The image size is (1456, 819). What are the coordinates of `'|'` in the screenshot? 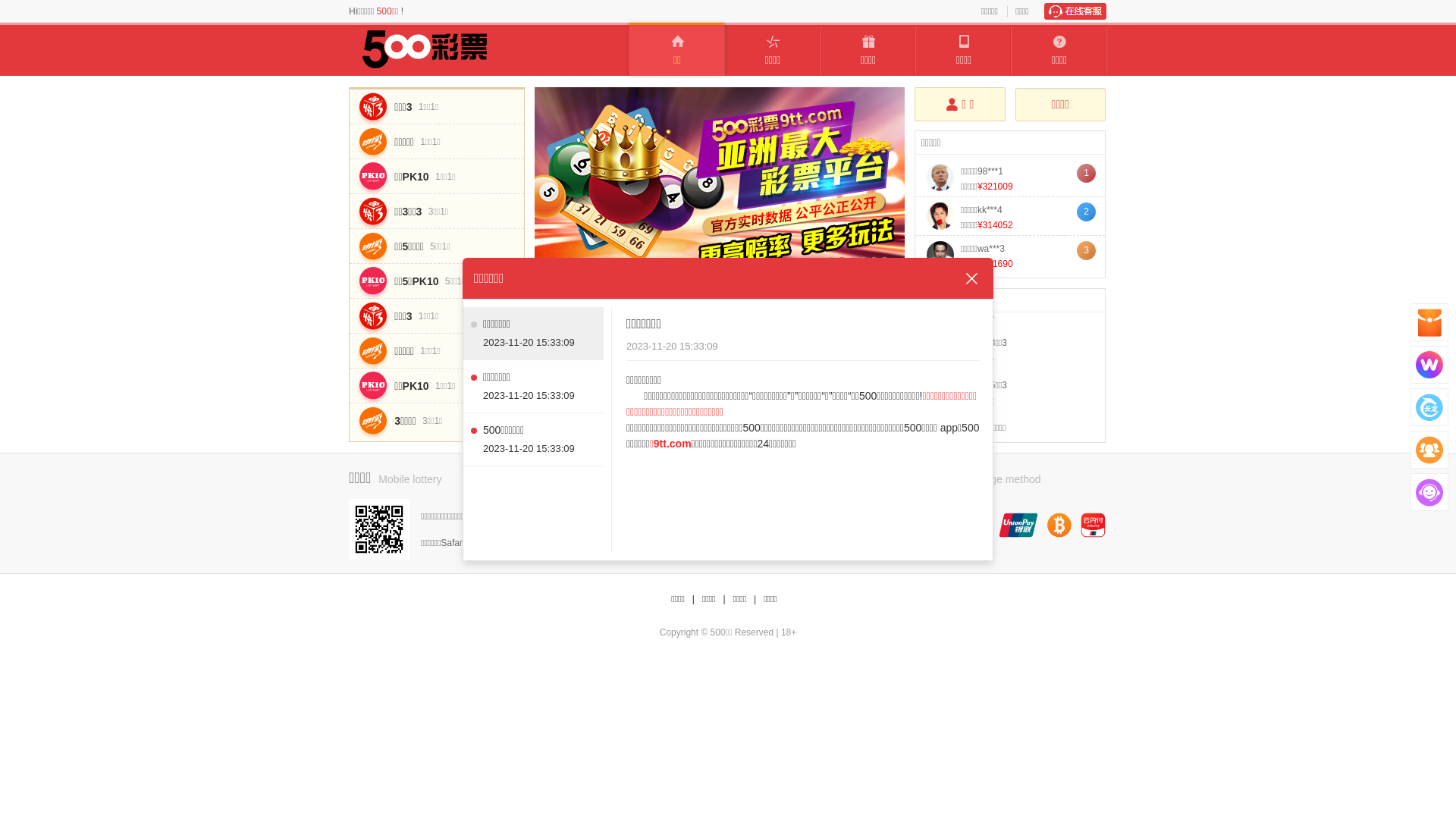 It's located at (755, 598).